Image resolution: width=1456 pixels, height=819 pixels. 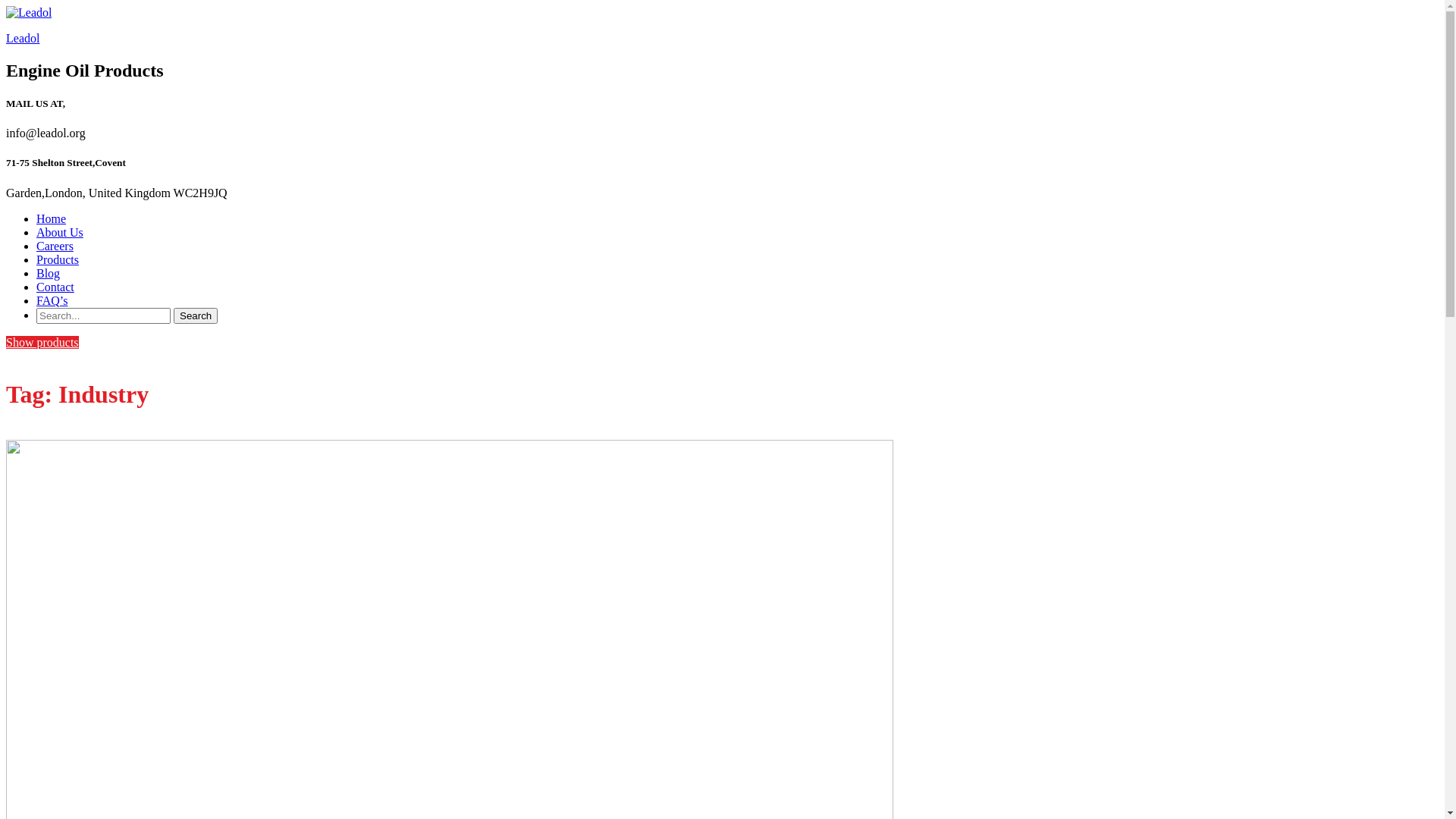 What do you see at coordinates (36, 273) in the screenshot?
I see `'Blog'` at bounding box center [36, 273].